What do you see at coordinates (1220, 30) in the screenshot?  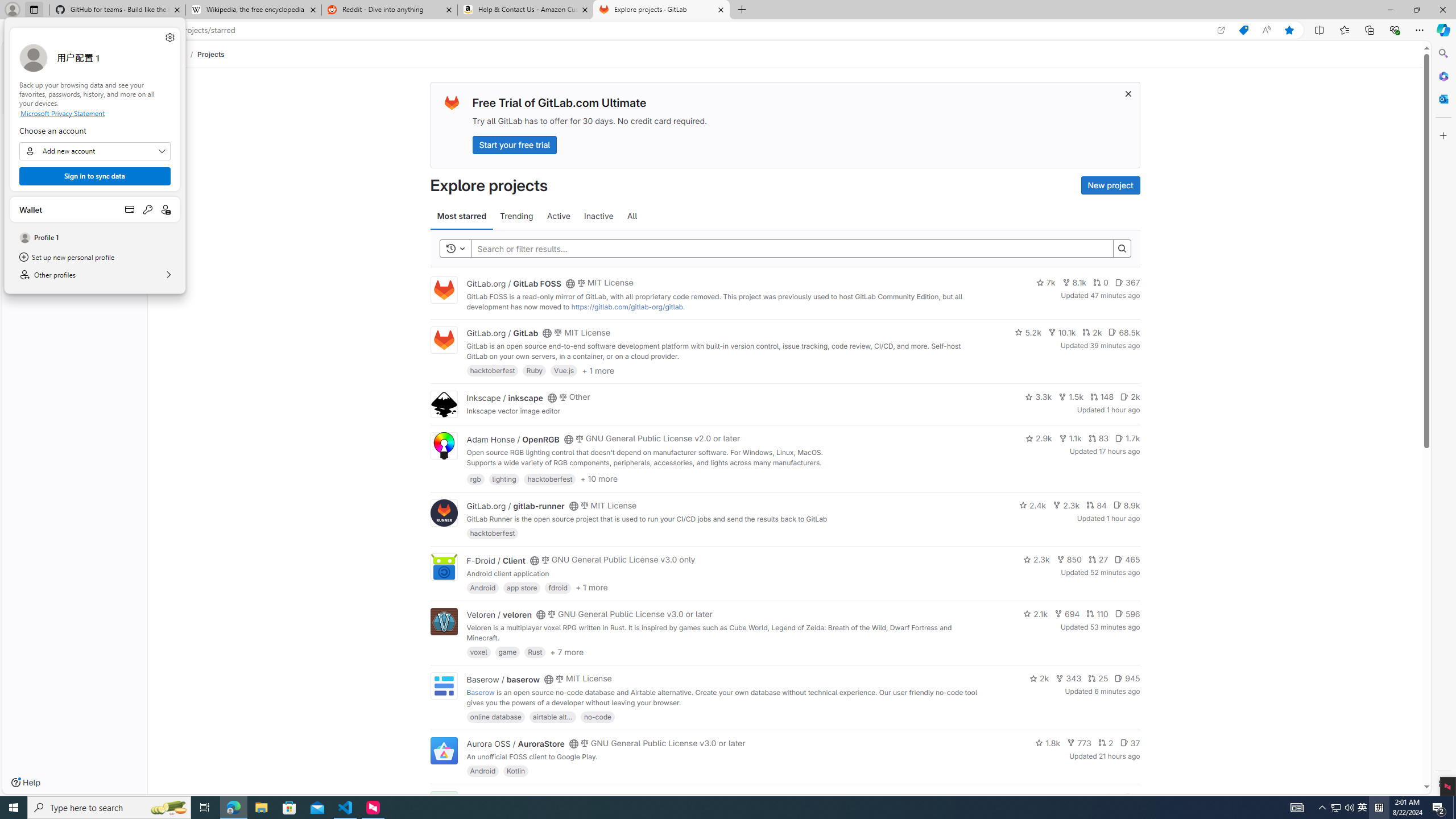 I see `'Open in app'` at bounding box center [1220, 30].